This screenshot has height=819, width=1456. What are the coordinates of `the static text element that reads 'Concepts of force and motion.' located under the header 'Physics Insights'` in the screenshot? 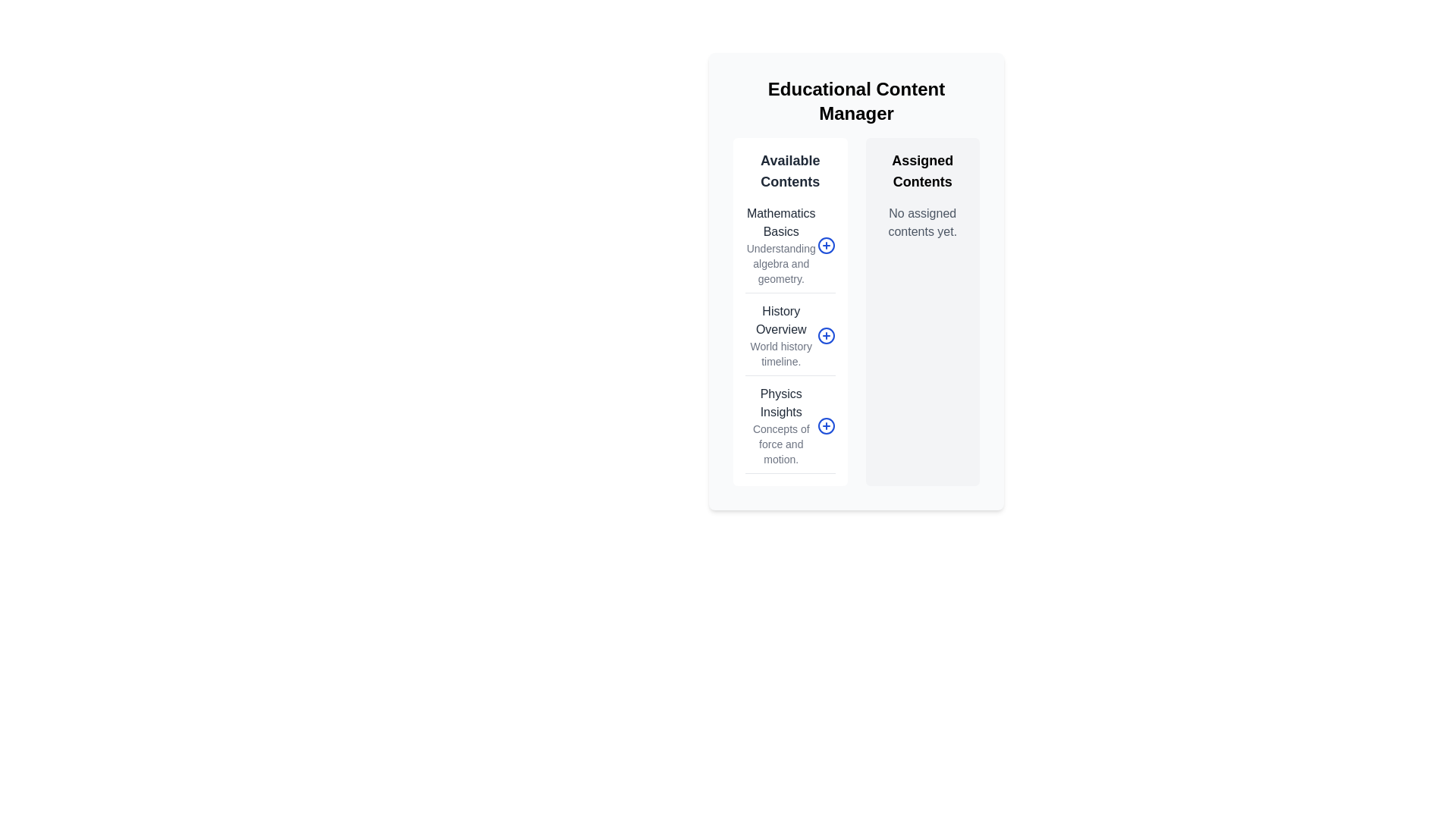 It's located at (781, 444).